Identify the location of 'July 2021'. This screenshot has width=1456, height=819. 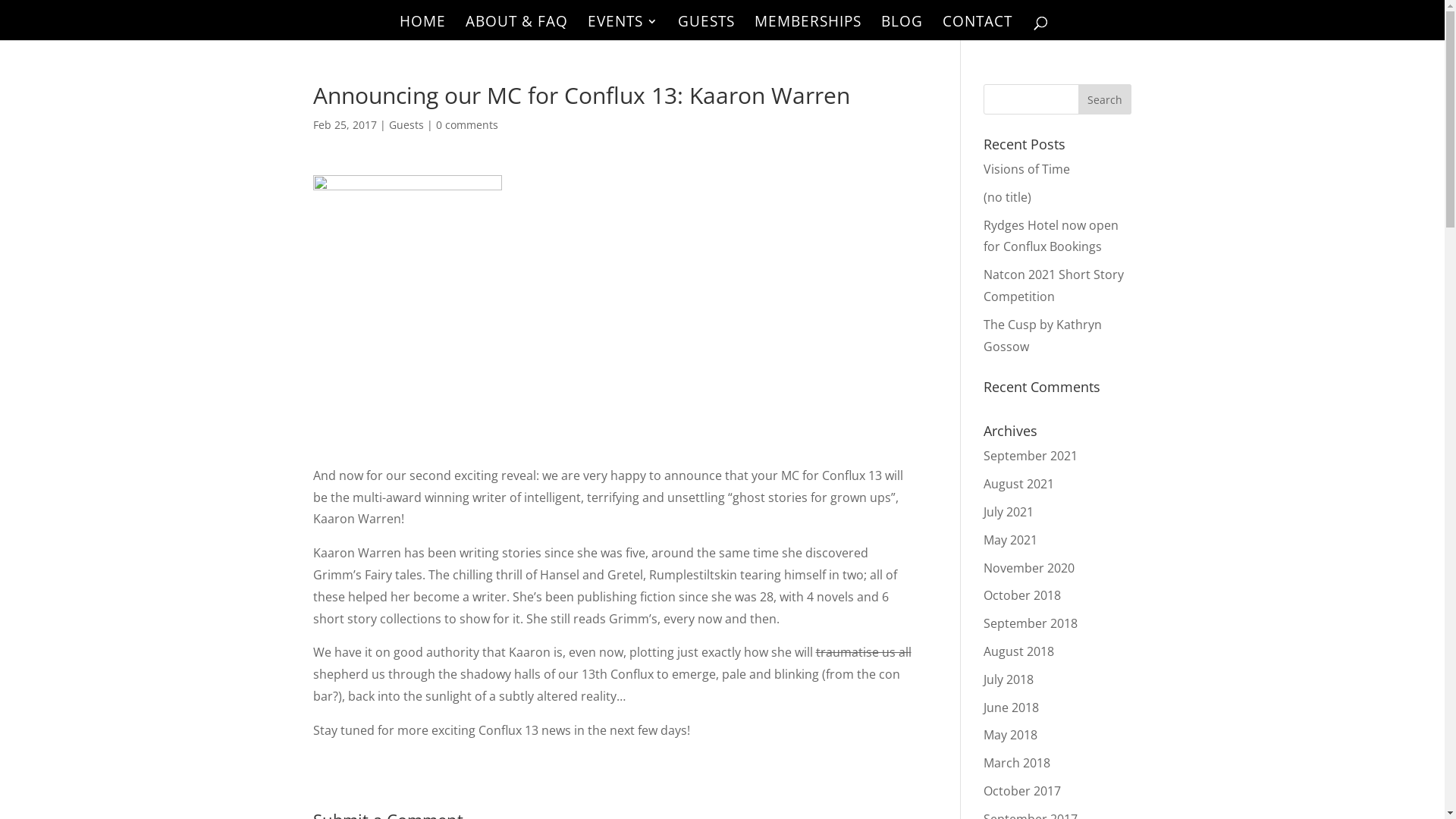
(983, 512).